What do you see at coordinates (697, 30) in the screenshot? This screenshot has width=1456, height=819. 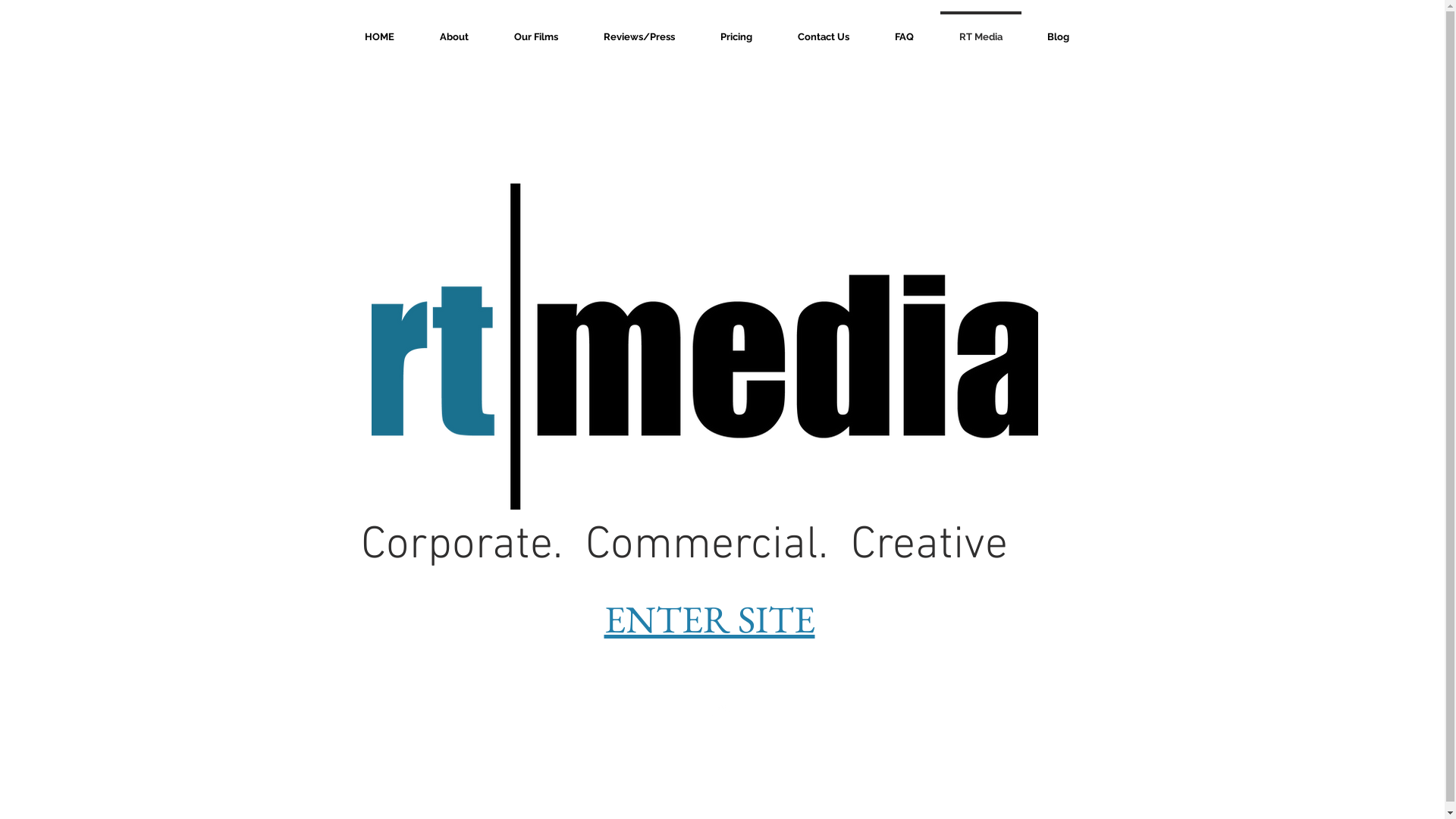 I see `'Pricing'` at bounding box center [697, 30].